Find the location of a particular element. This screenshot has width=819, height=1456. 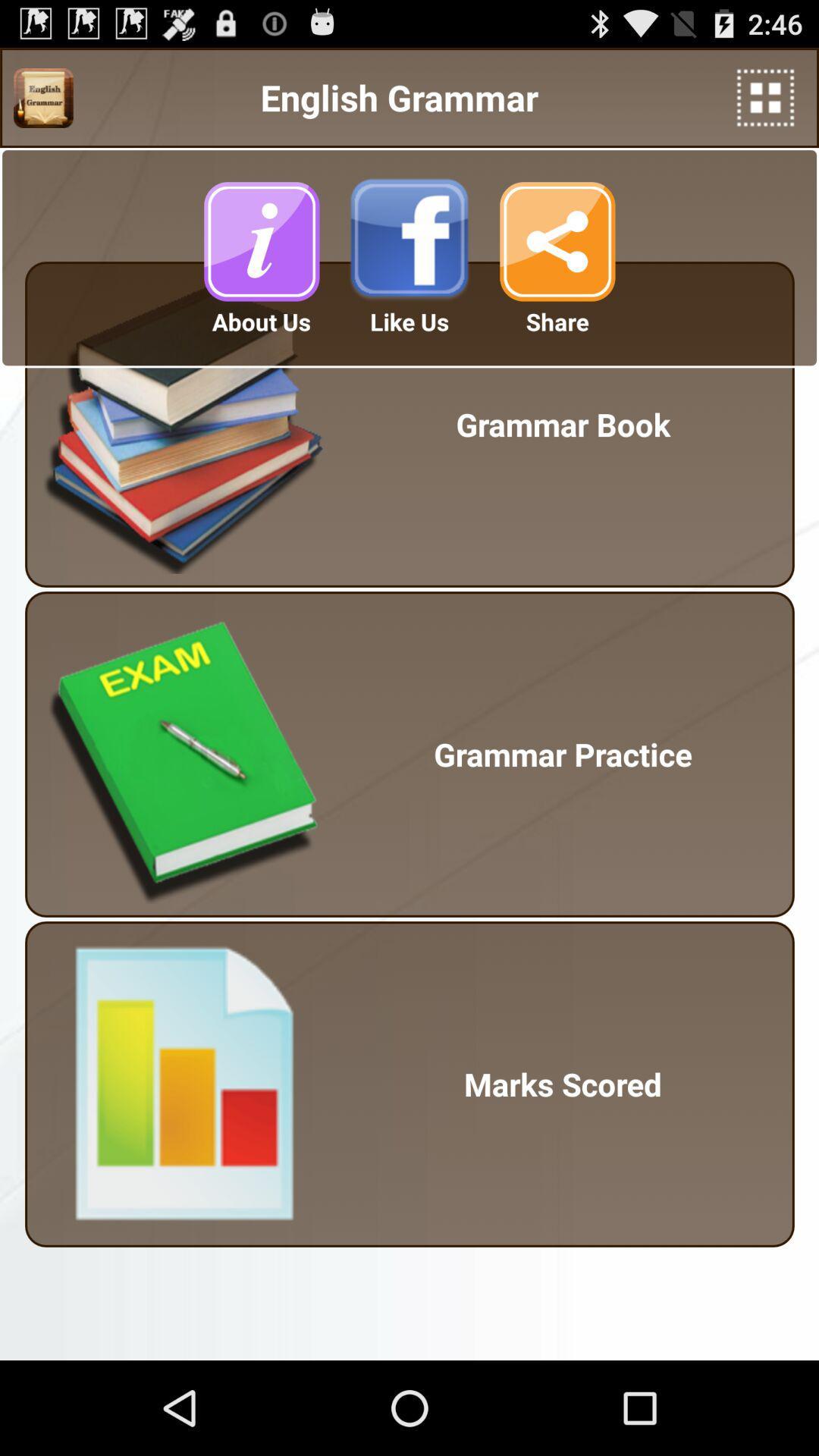

the item next to english grammar app is located at coordinates (42, 97).